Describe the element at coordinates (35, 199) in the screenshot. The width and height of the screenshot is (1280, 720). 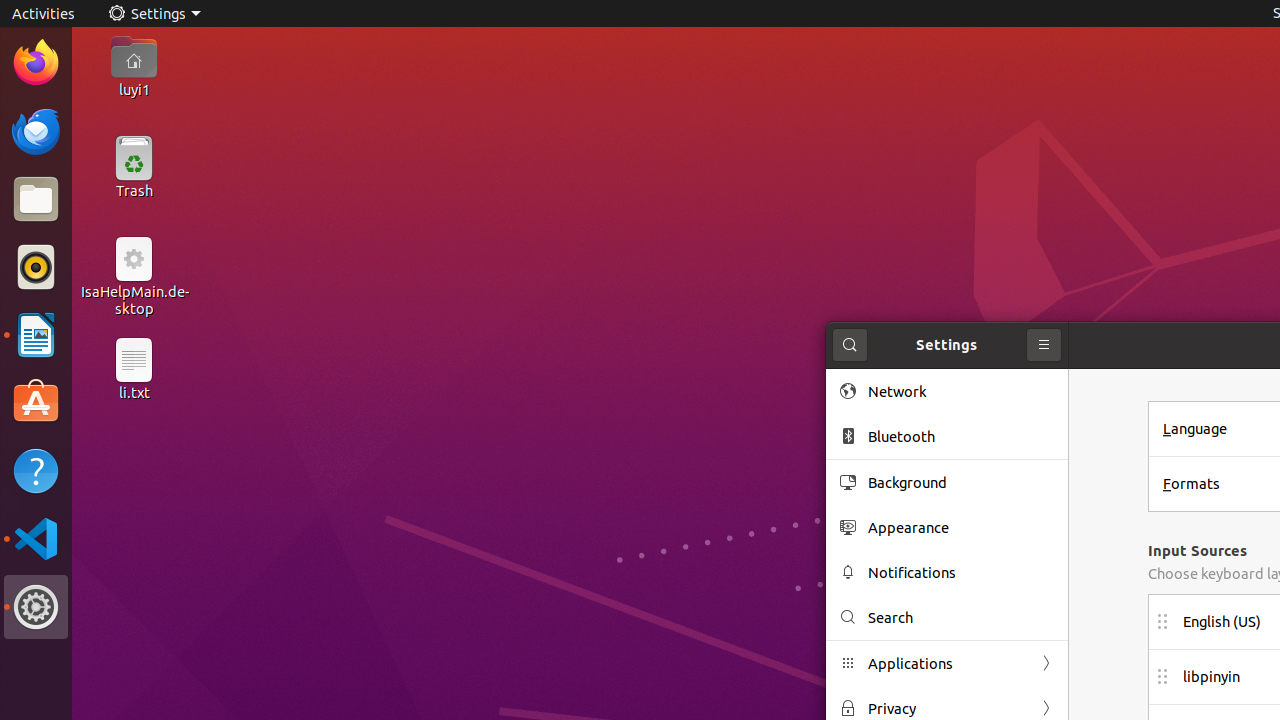
I see `'Files'` at that location.